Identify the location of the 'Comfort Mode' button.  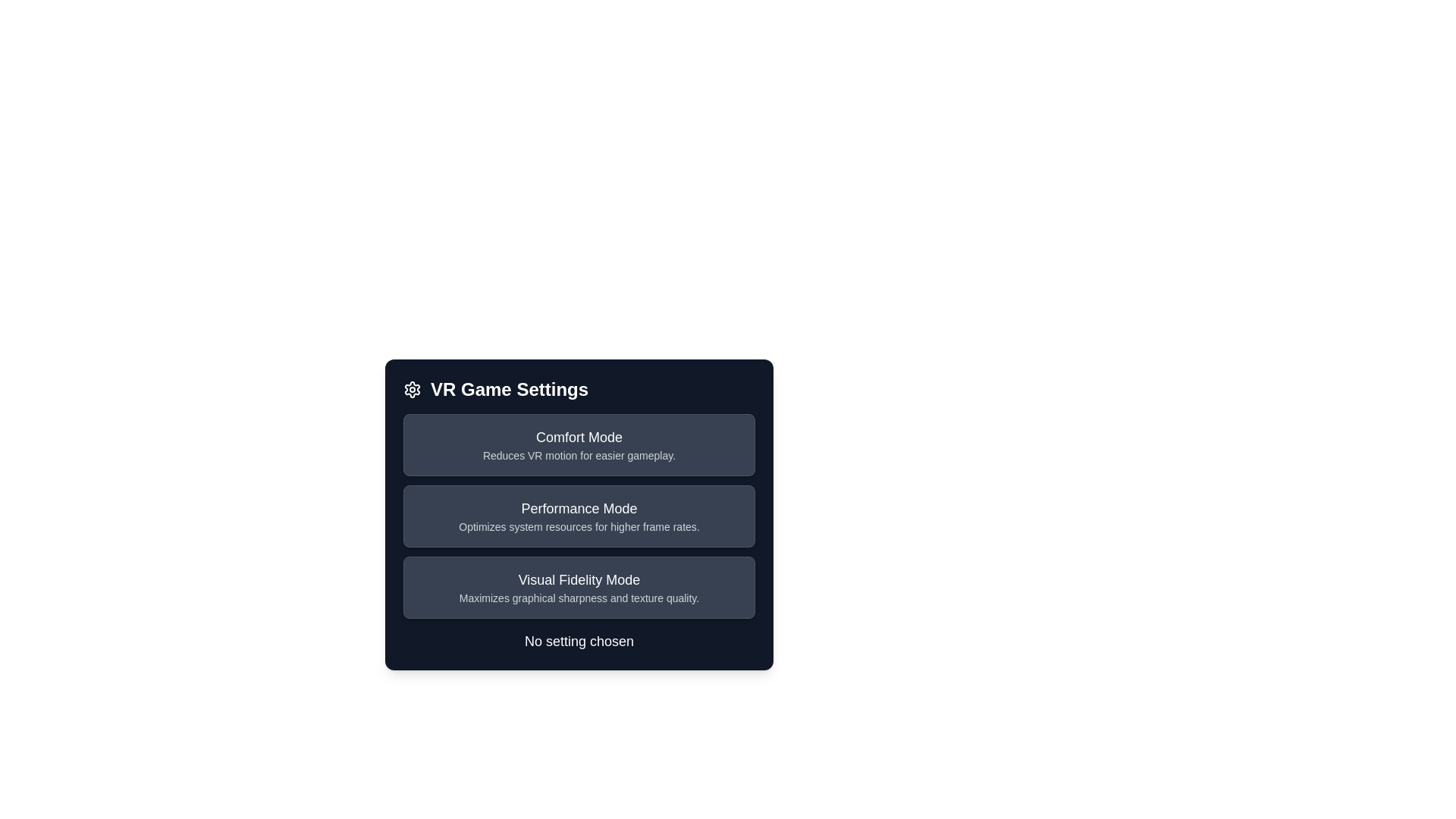
(578, 444).